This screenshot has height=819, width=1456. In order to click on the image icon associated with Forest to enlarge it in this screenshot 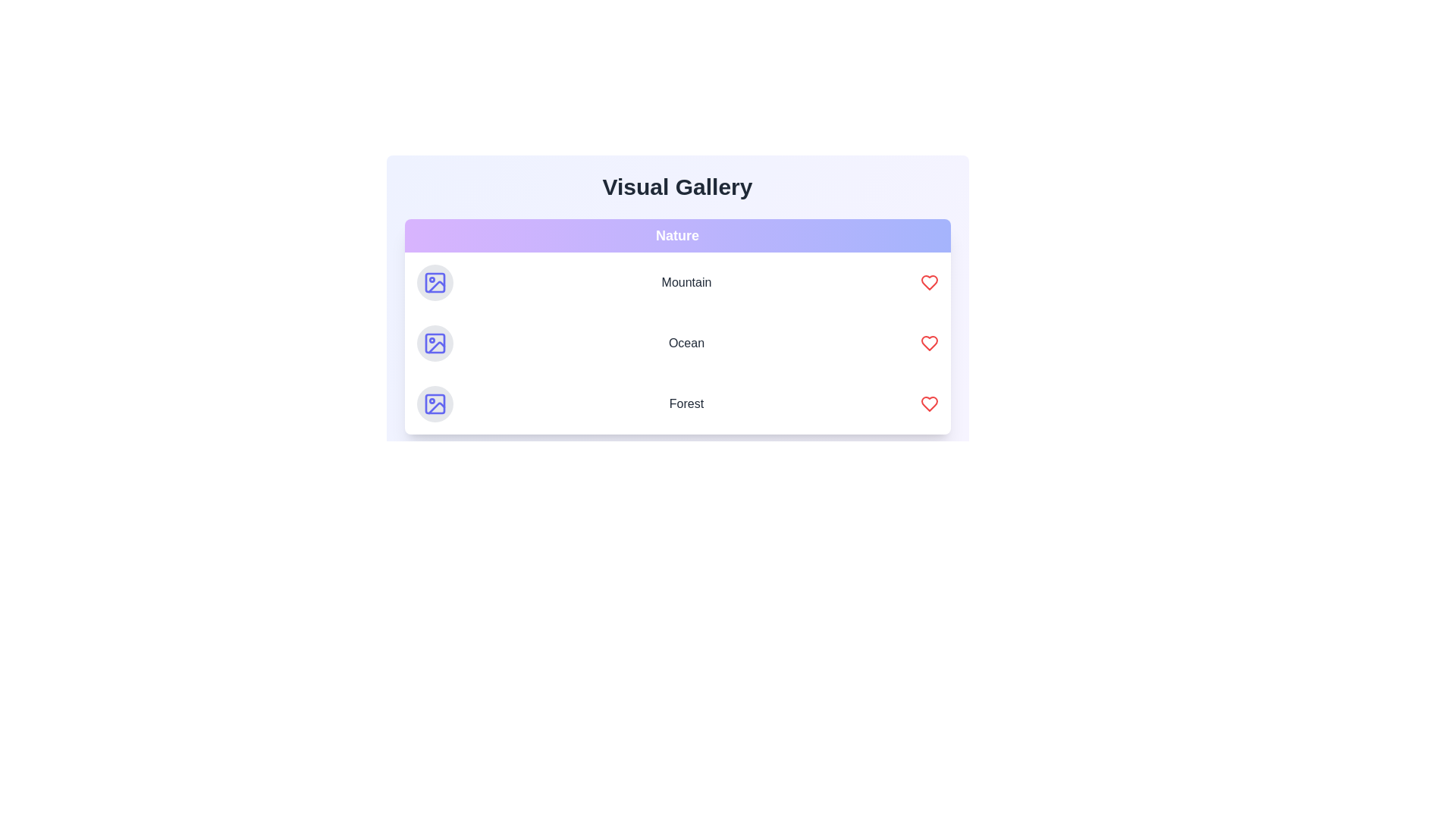, I will do `click(434, 403)`.